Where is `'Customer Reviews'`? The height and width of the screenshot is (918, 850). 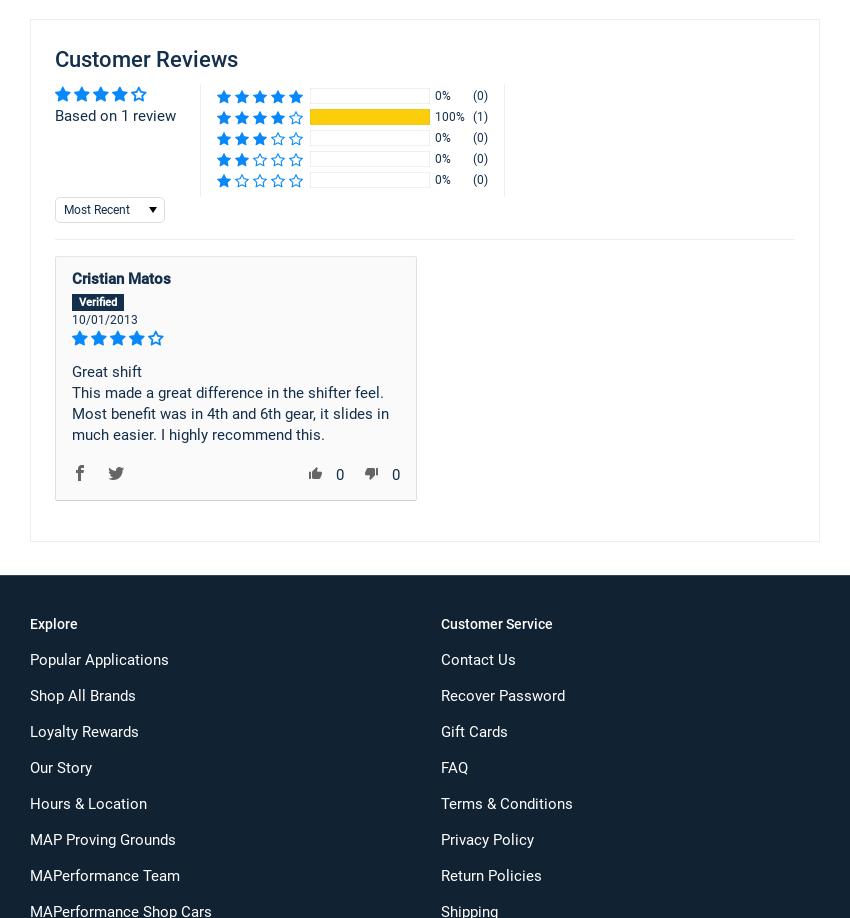
'Customer Reviews' is located at coordinates (146, 59).